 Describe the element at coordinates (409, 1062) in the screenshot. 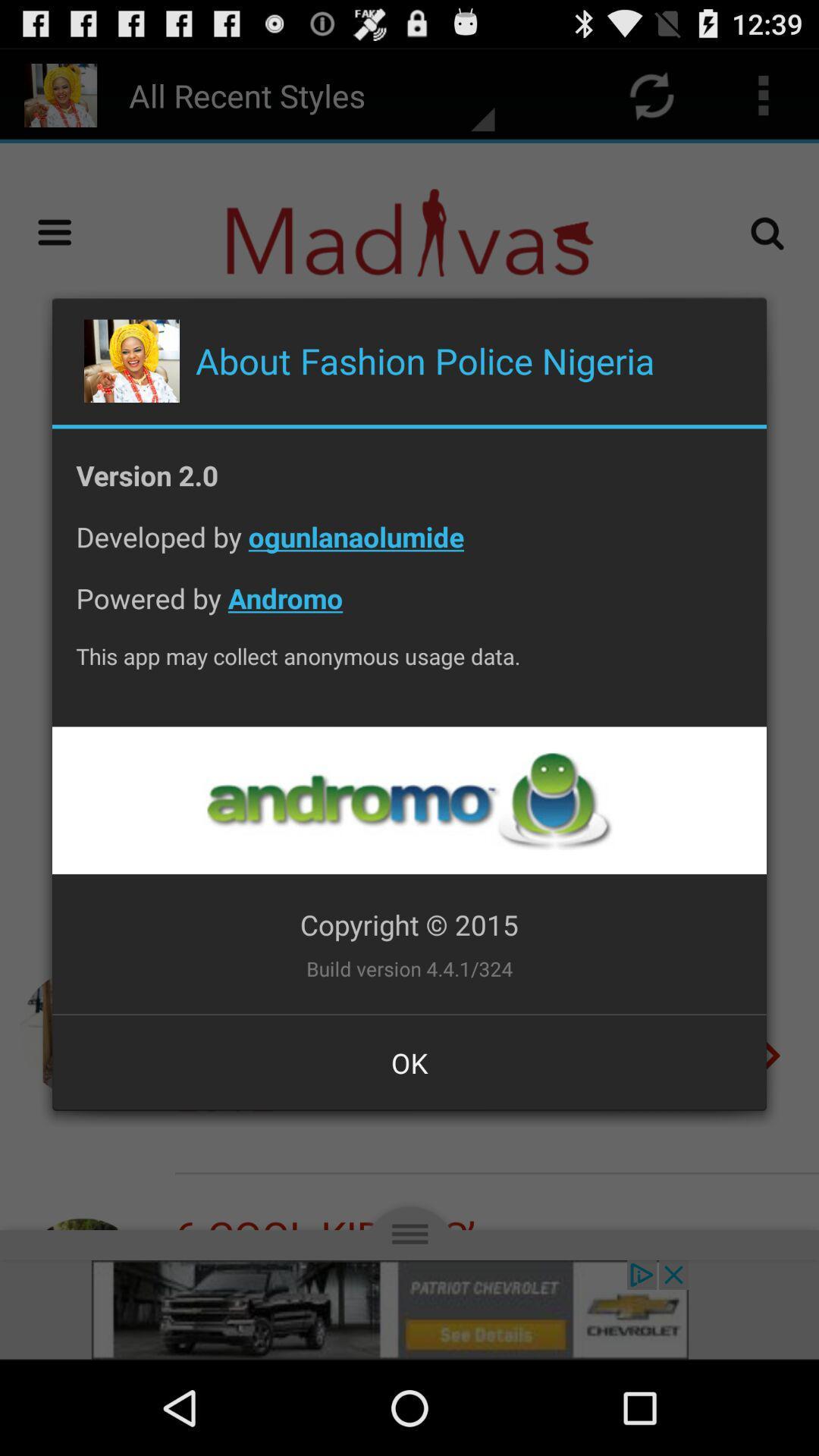

I see `the ok item` at that location.